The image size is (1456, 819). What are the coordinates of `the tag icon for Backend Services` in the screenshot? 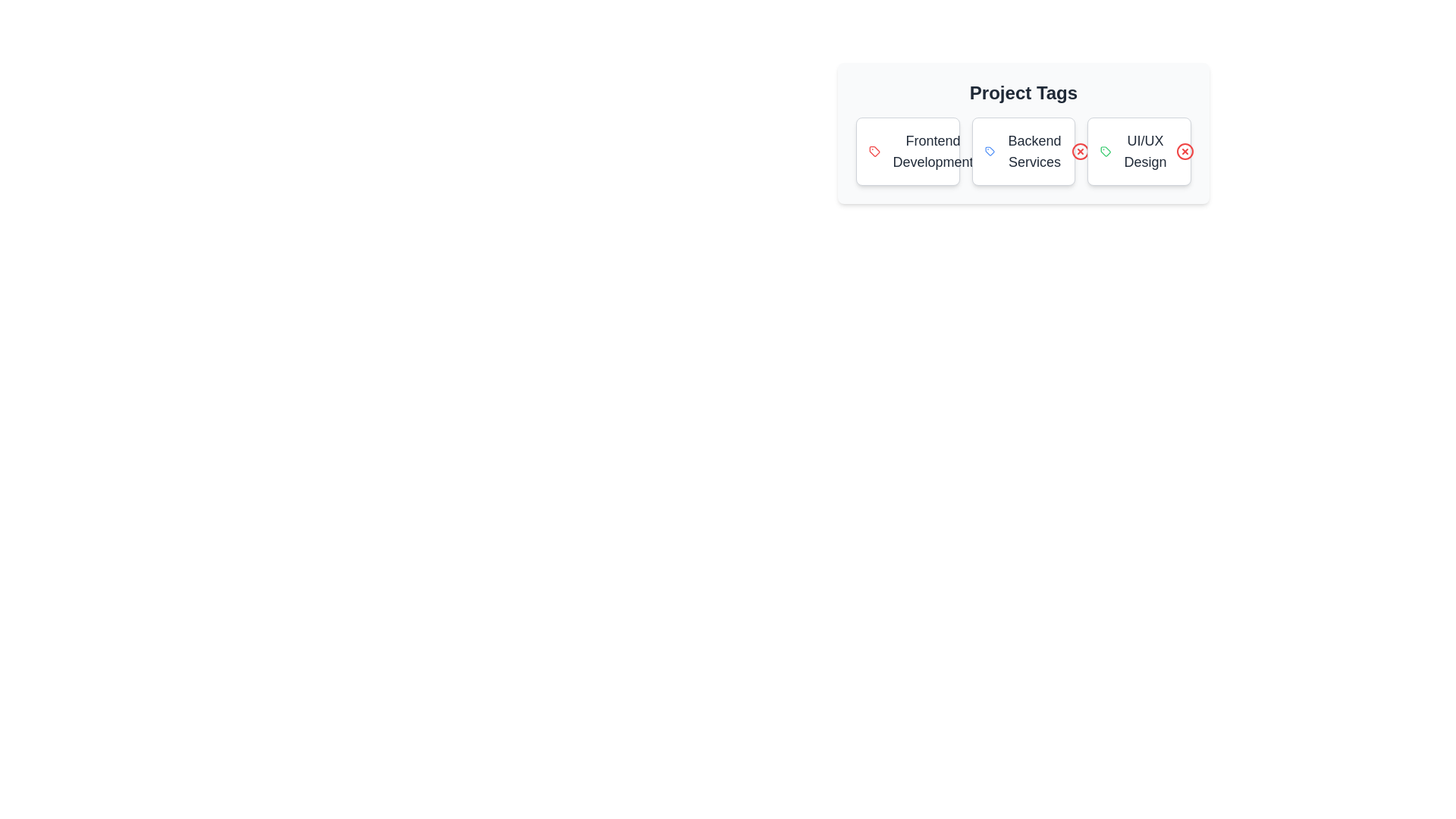 It's located at (990, 152).